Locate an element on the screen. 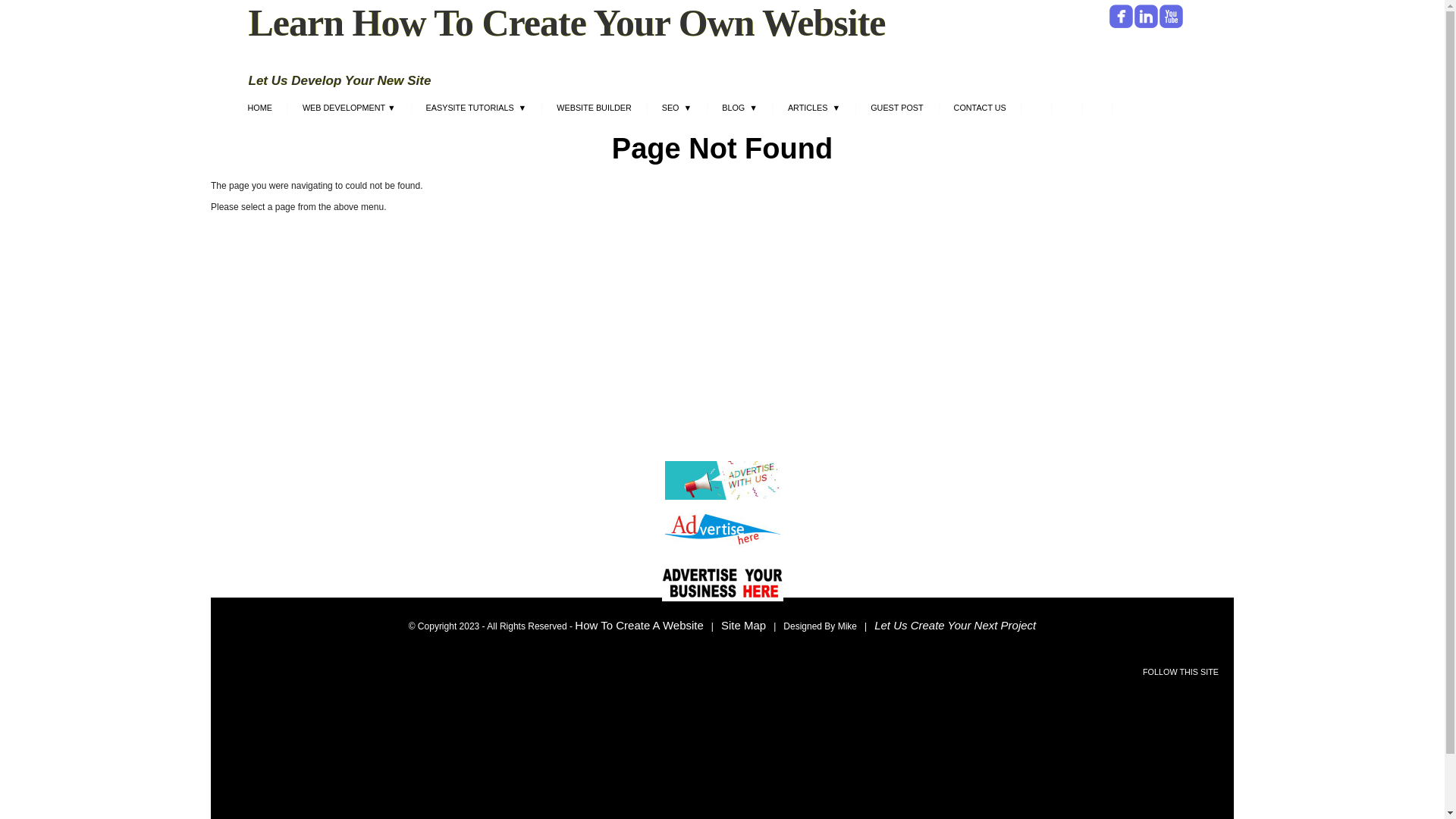  'Facebook' is located at coordinates (1120, 17).